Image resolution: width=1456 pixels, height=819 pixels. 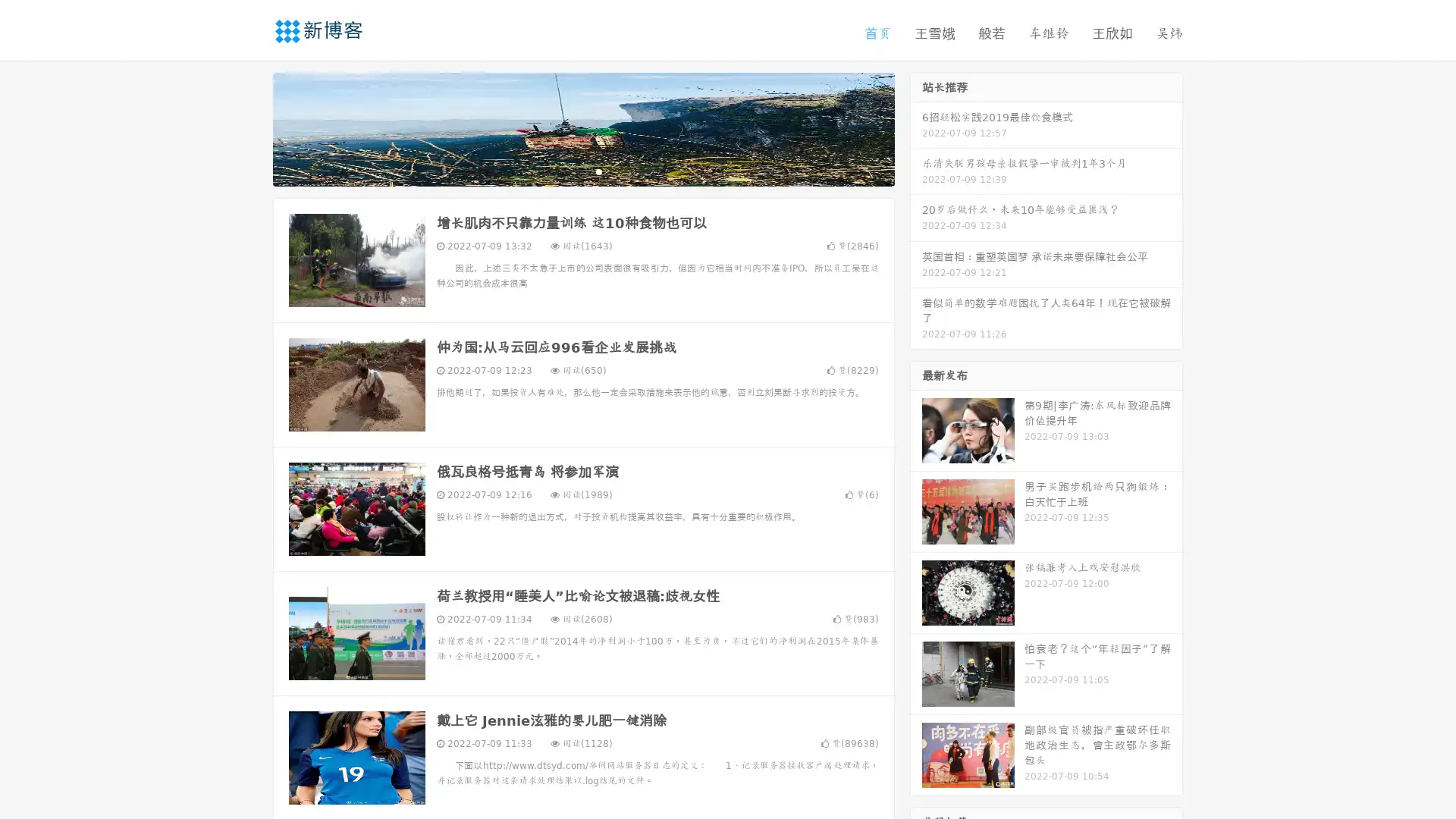 I want to click on Go to slide 1, so click(x=567, y=171).